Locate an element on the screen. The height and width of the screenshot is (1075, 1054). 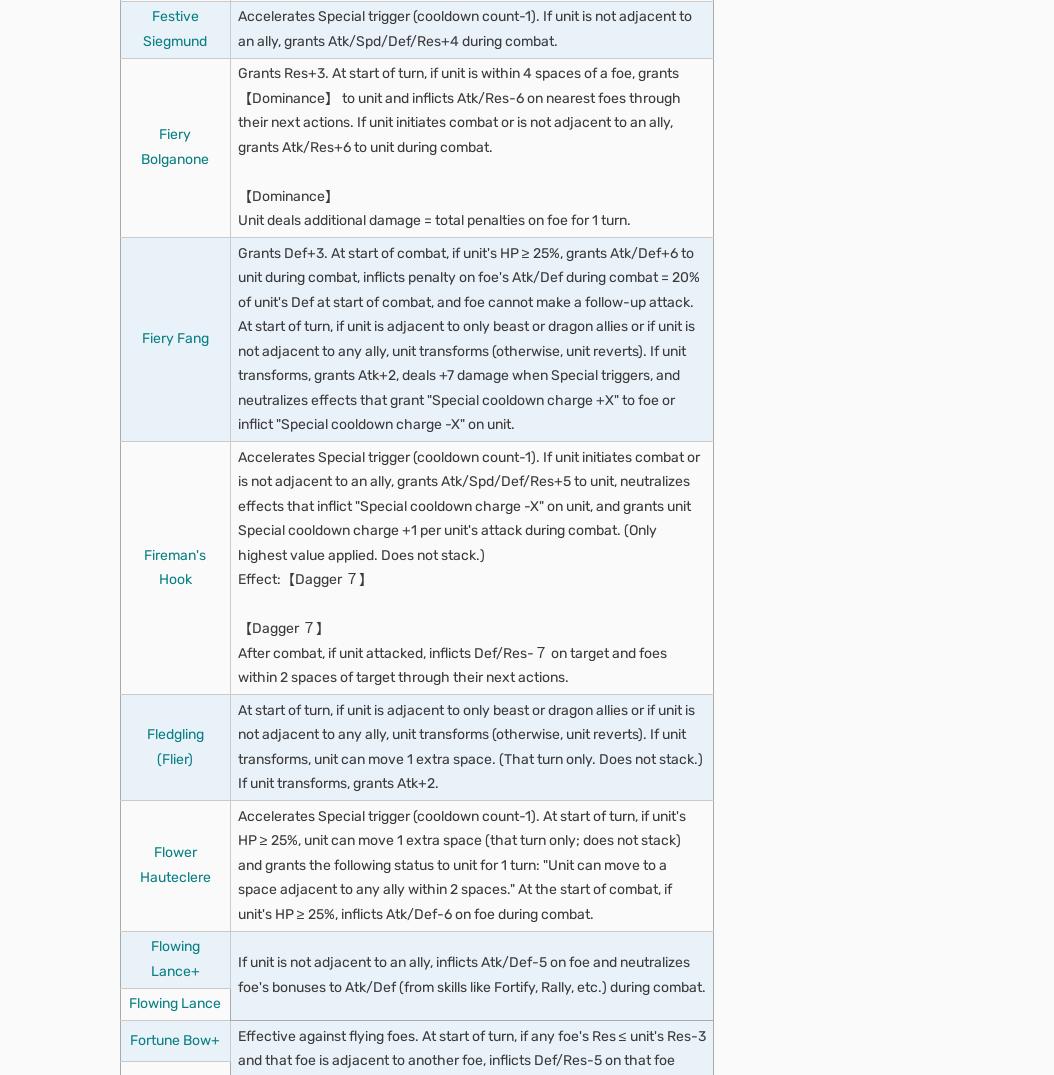
'Defensive terrain' is located at coordinates (265, 17).